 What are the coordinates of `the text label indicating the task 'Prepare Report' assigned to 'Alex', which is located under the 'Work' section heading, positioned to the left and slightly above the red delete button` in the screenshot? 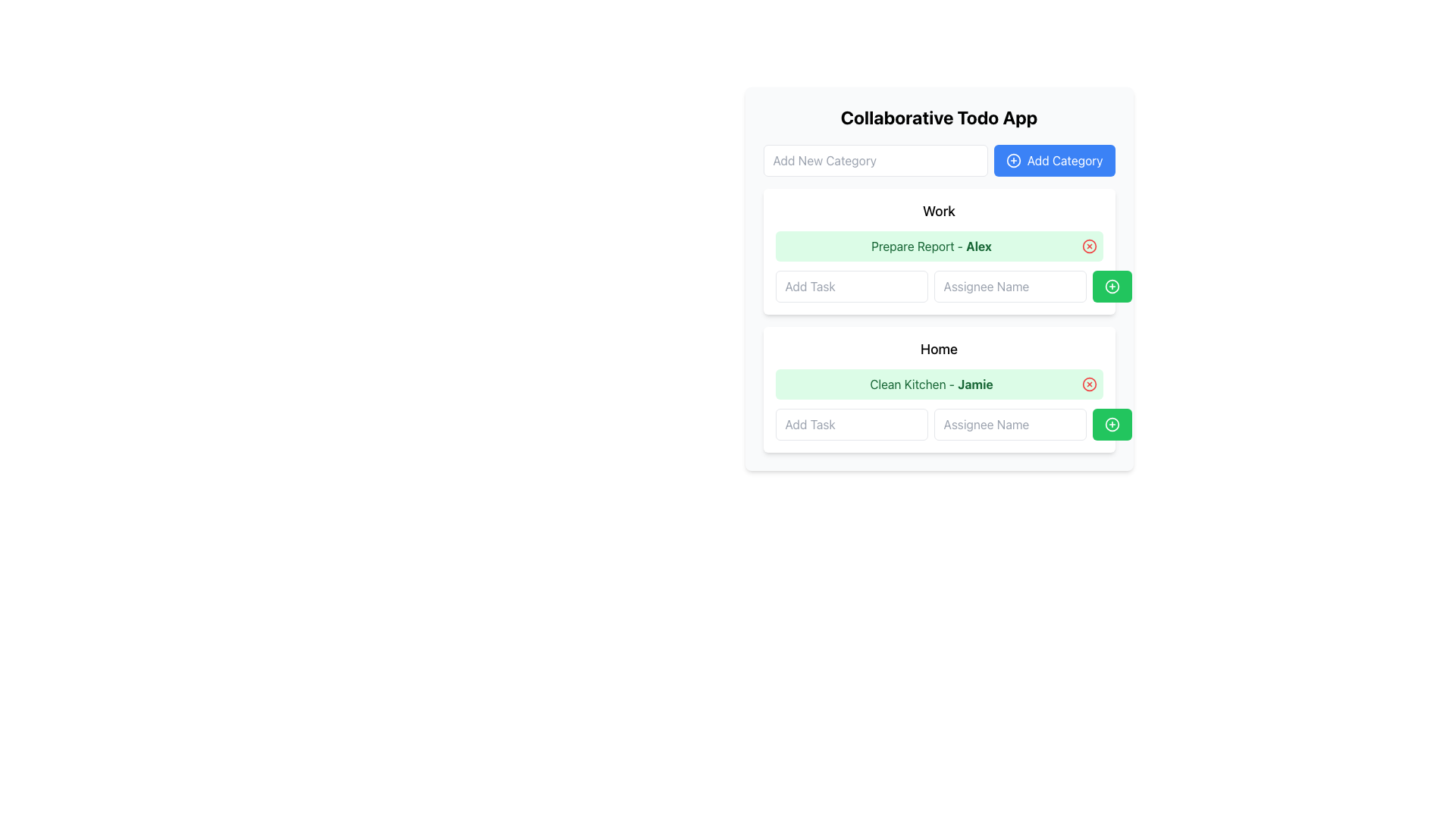 It's located at (930, 245).